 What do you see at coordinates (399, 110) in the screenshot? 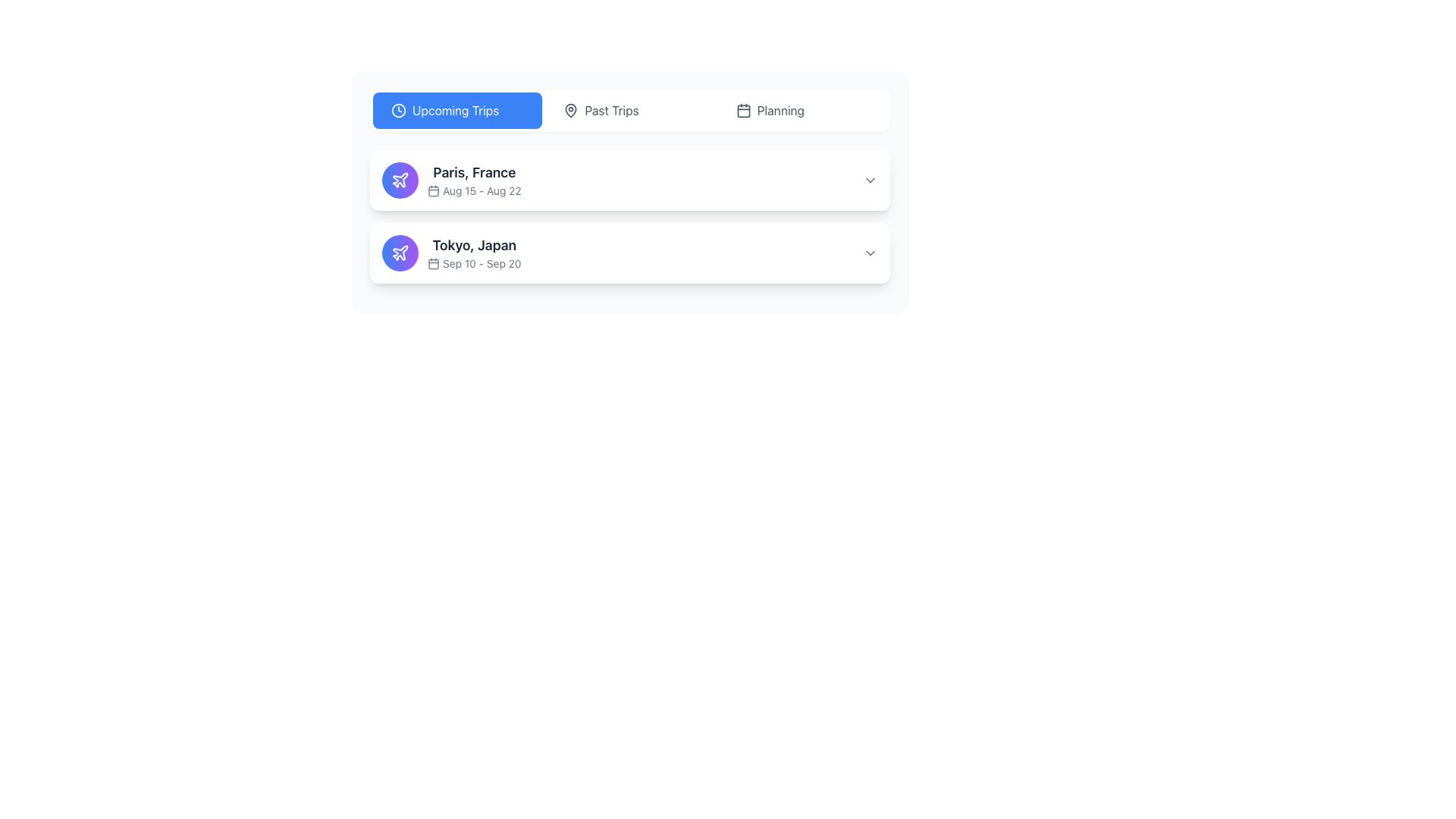
I see `the circular outline of the clock icon within the 'Upcoming Trips' tab, which serves as a decorative visual indicator` at bounding box center [399, 110].